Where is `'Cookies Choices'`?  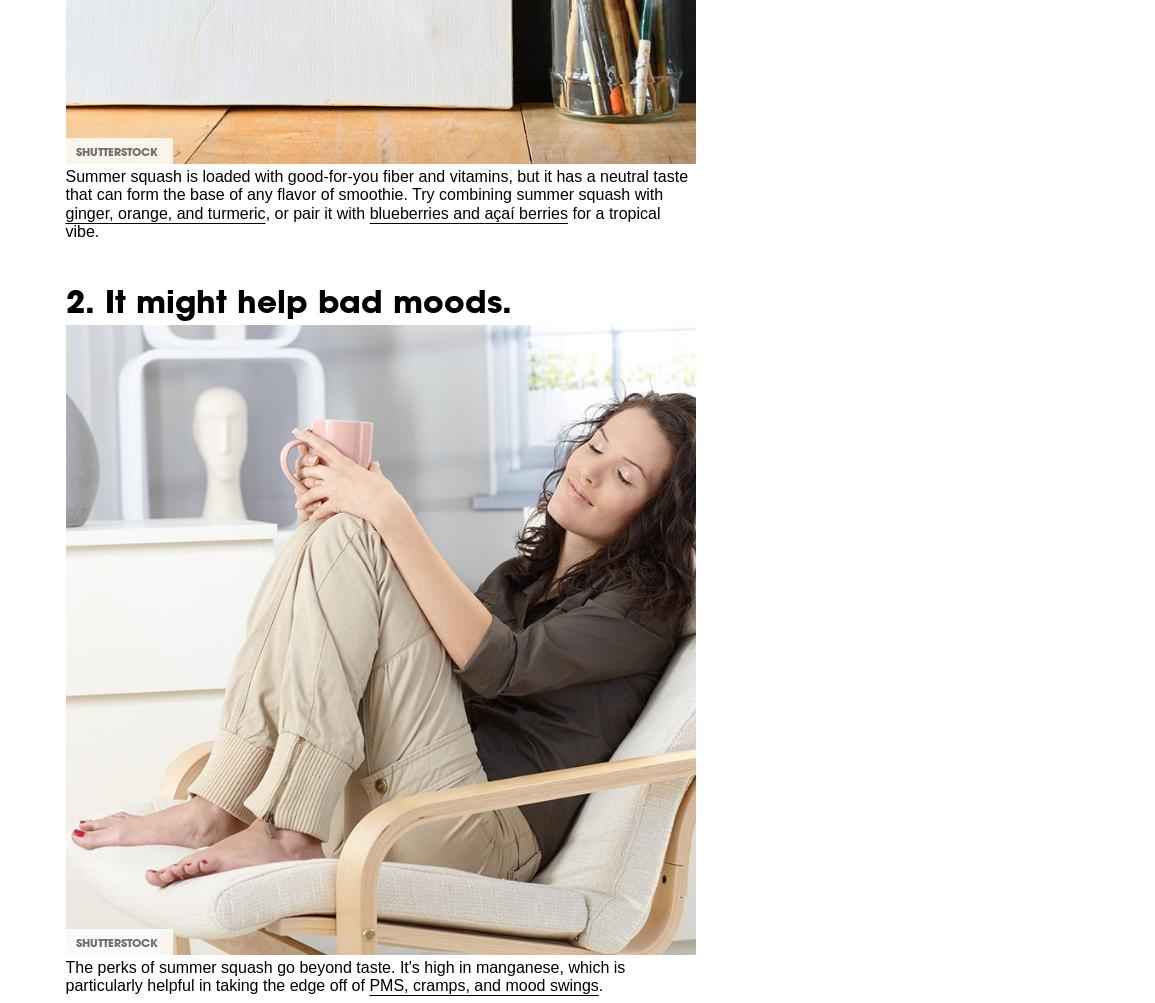 'Cookies Choices' is located at coordinates (108, 384).